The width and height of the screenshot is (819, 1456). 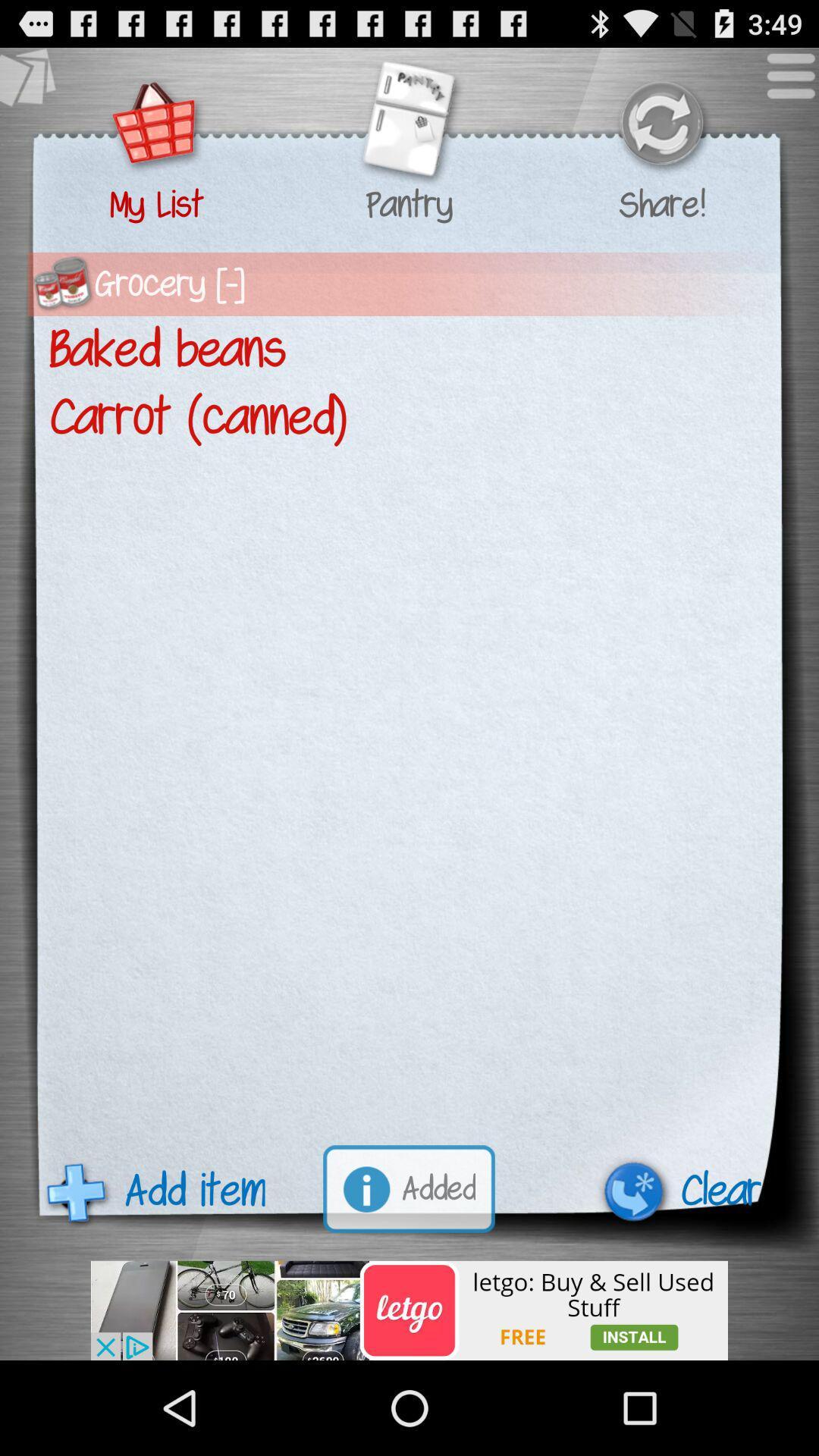 I want to click on share list, so click(x=661, y=125).